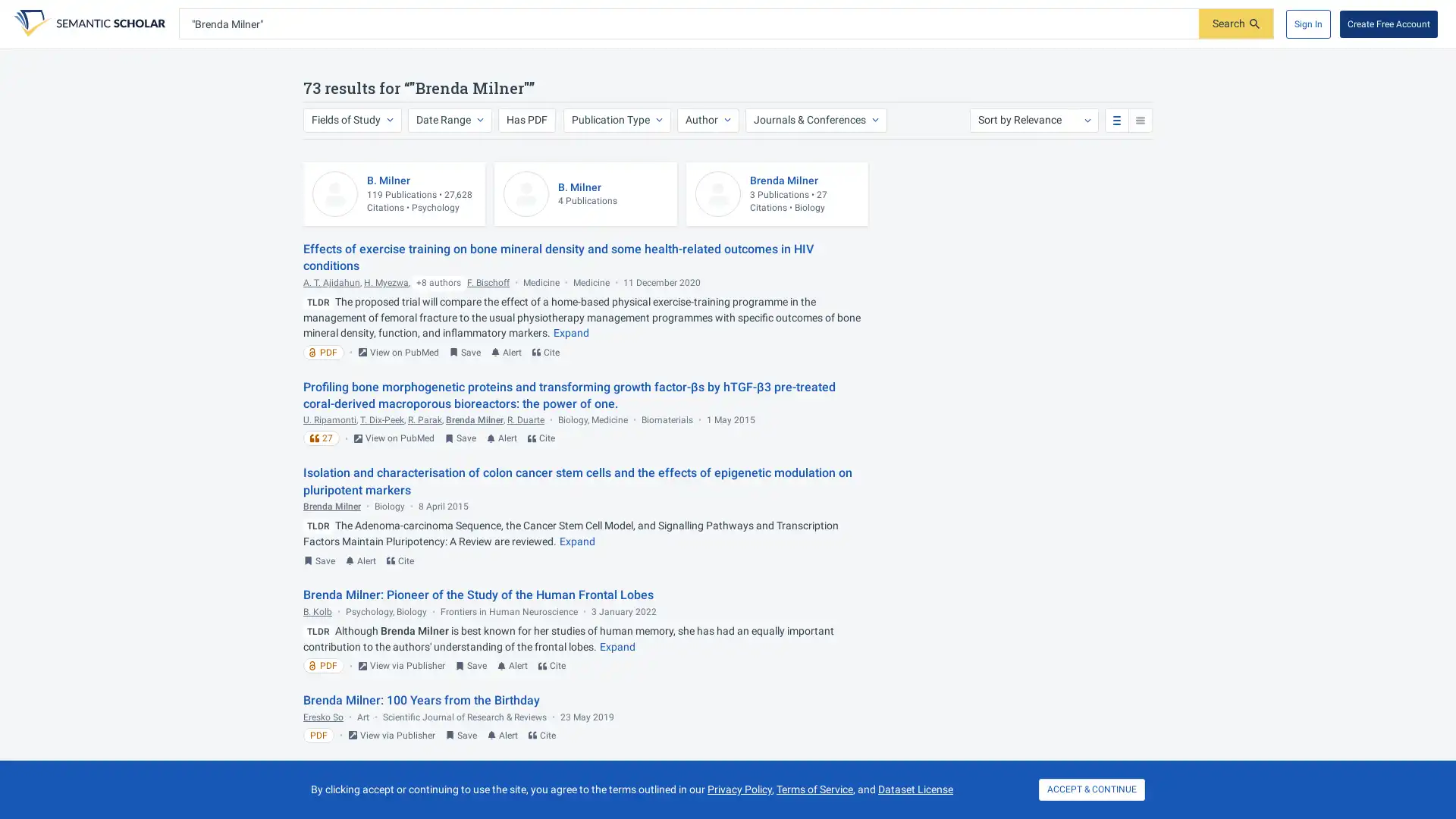 The width and height of the screenshot is (1456, 819). Describe the element at coordinates (438, 283) in the screenshot. I see `+8 authors` at that location.